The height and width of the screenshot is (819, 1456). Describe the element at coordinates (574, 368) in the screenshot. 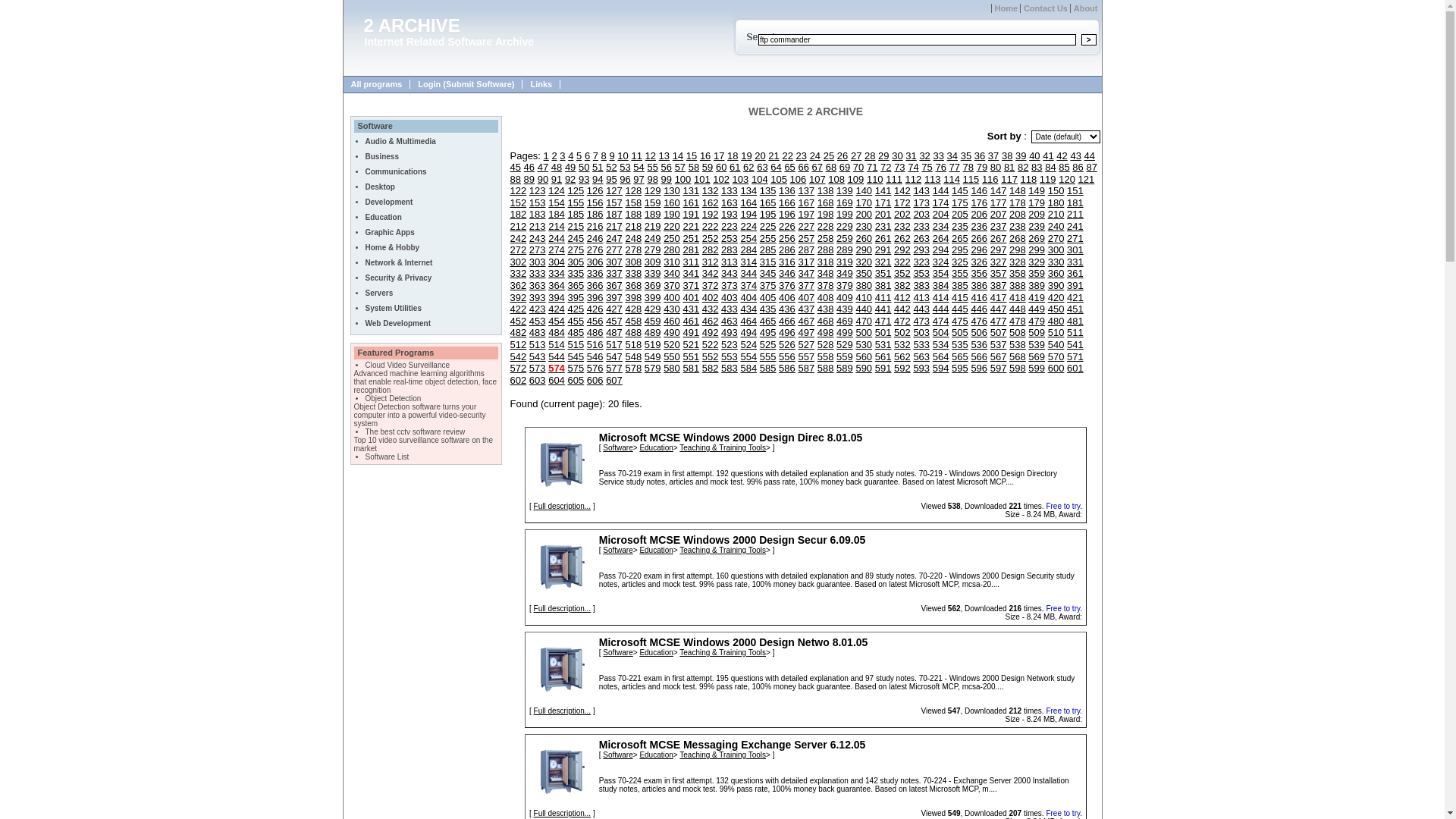

I see `'575'` at that location.